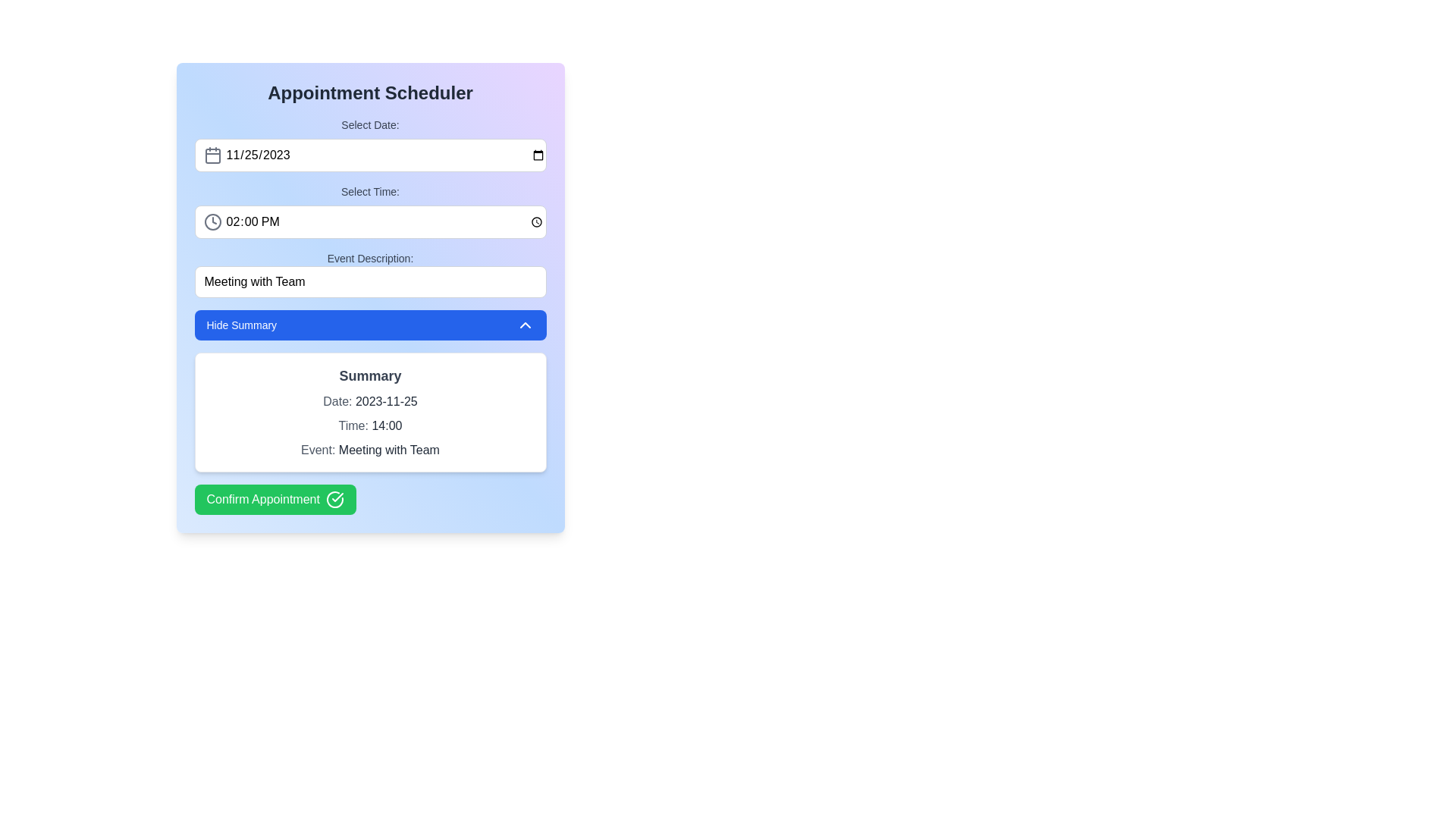  Describe the element at coordinates (387, 425) in the screenshot. I see `displayed time '14:00' from the bold text element located under the 'Time' label in the appointment summary section` at that location.